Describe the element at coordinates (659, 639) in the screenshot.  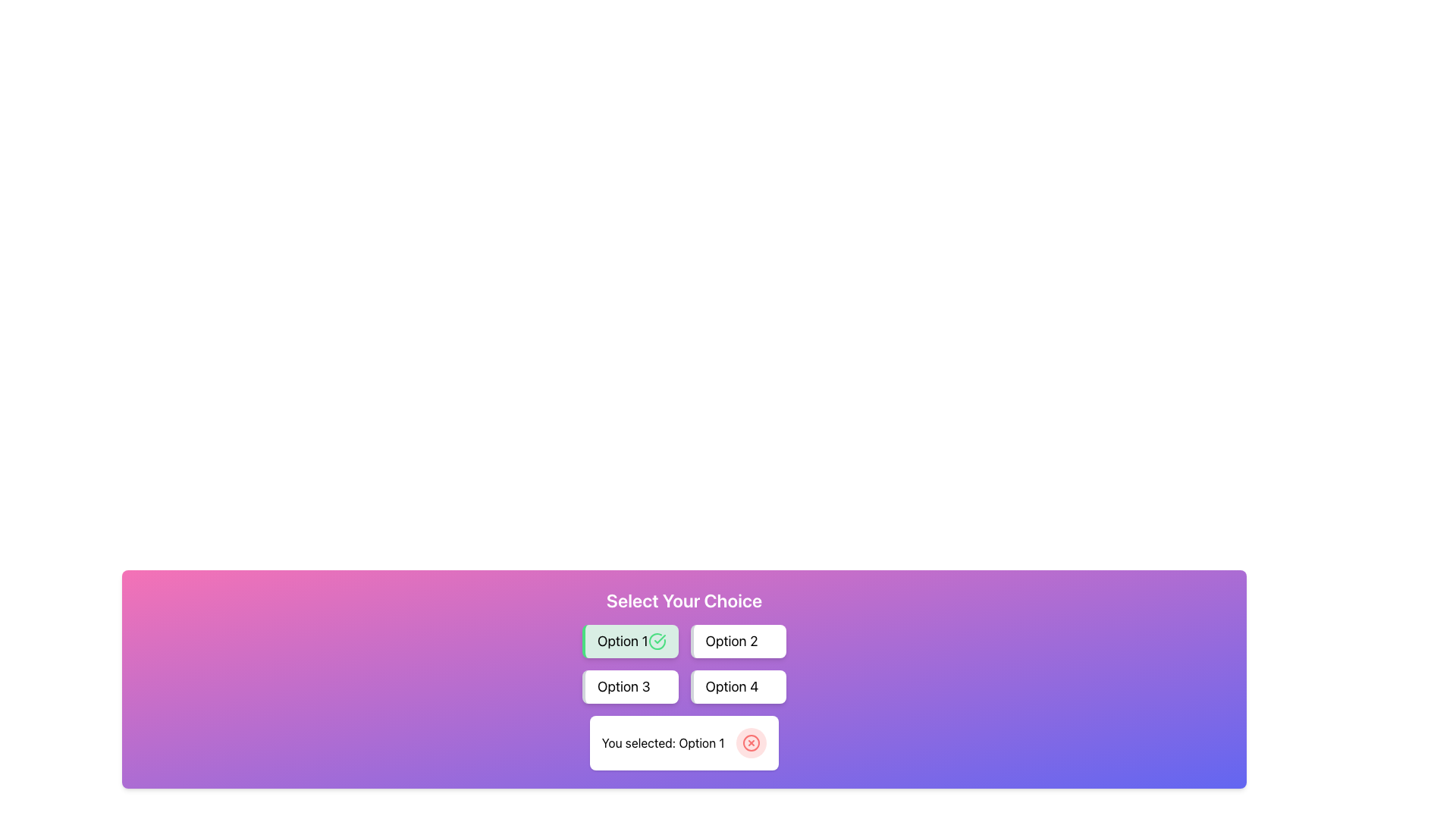
I see `the small checkmark icon within the 'Option 1' button area, which is styled with a green hue and bordered by a circular outline` at that location.